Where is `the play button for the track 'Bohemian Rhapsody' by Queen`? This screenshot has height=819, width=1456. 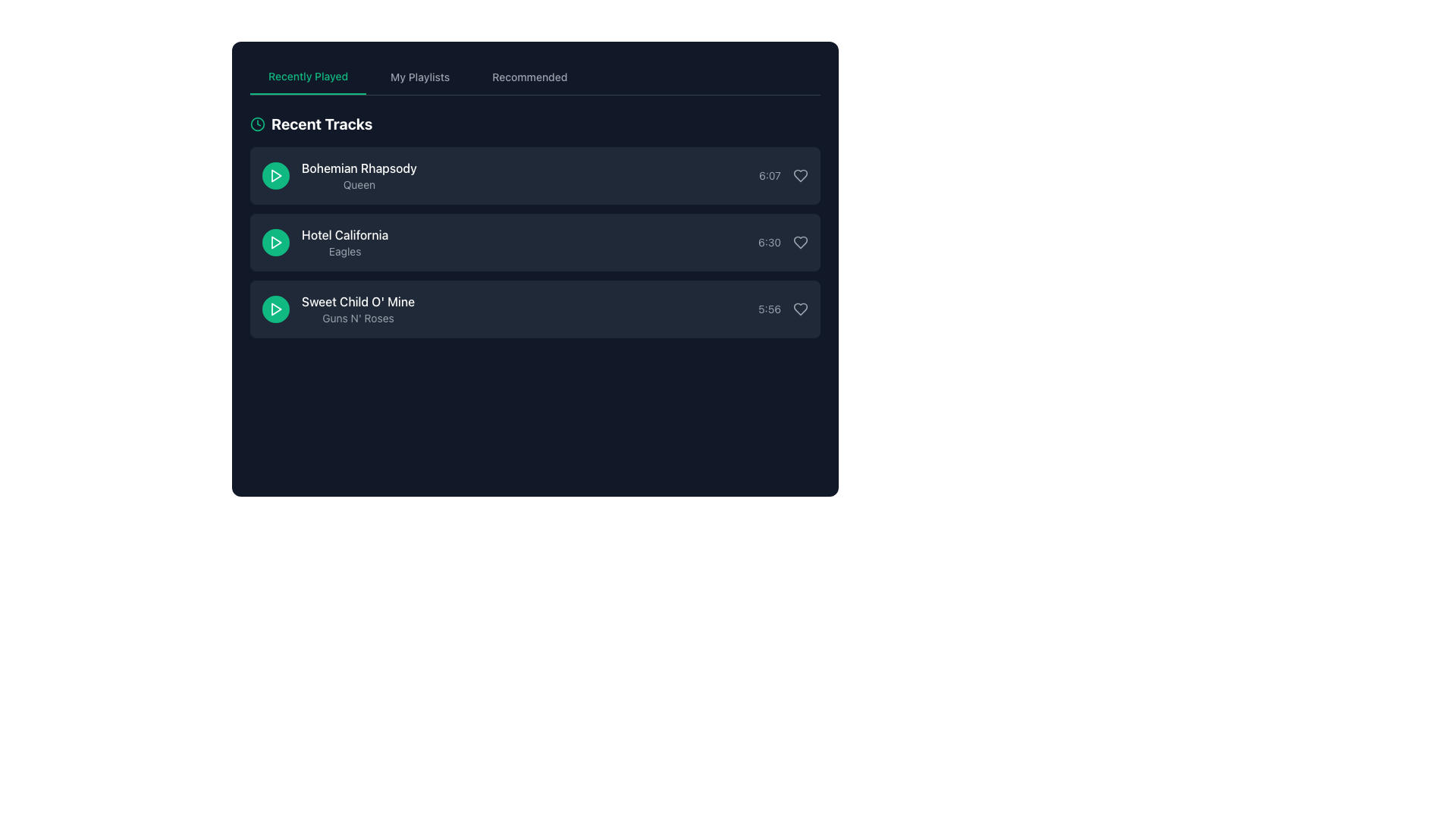
the play button for the track 'Bohemian Rhapsody' by Queen is located at coordinates (276, 174).